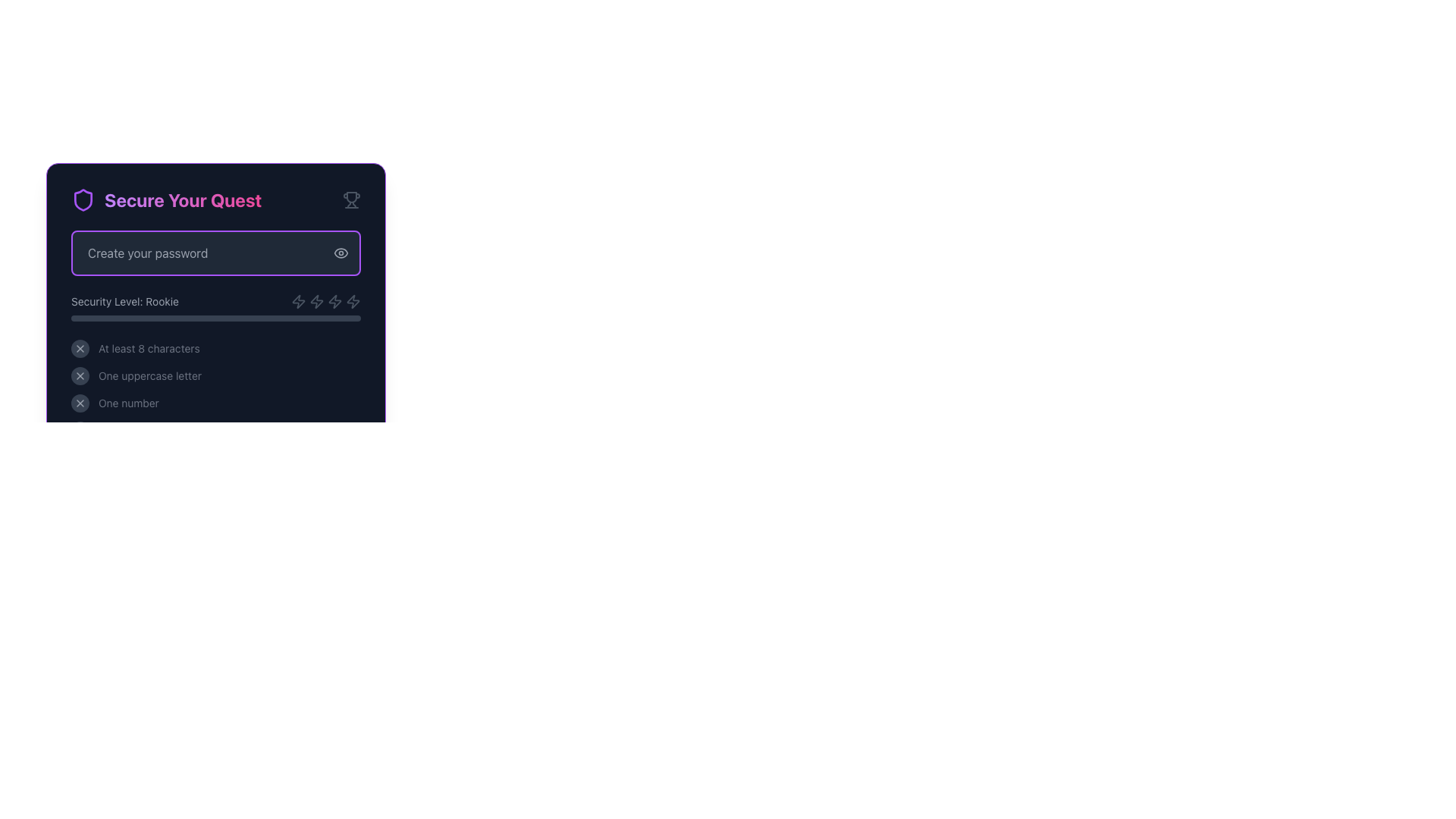  I want to click on the static text header indicating the theme of securing something, positioned above the 'Create your password' input field, so click(215, 199).